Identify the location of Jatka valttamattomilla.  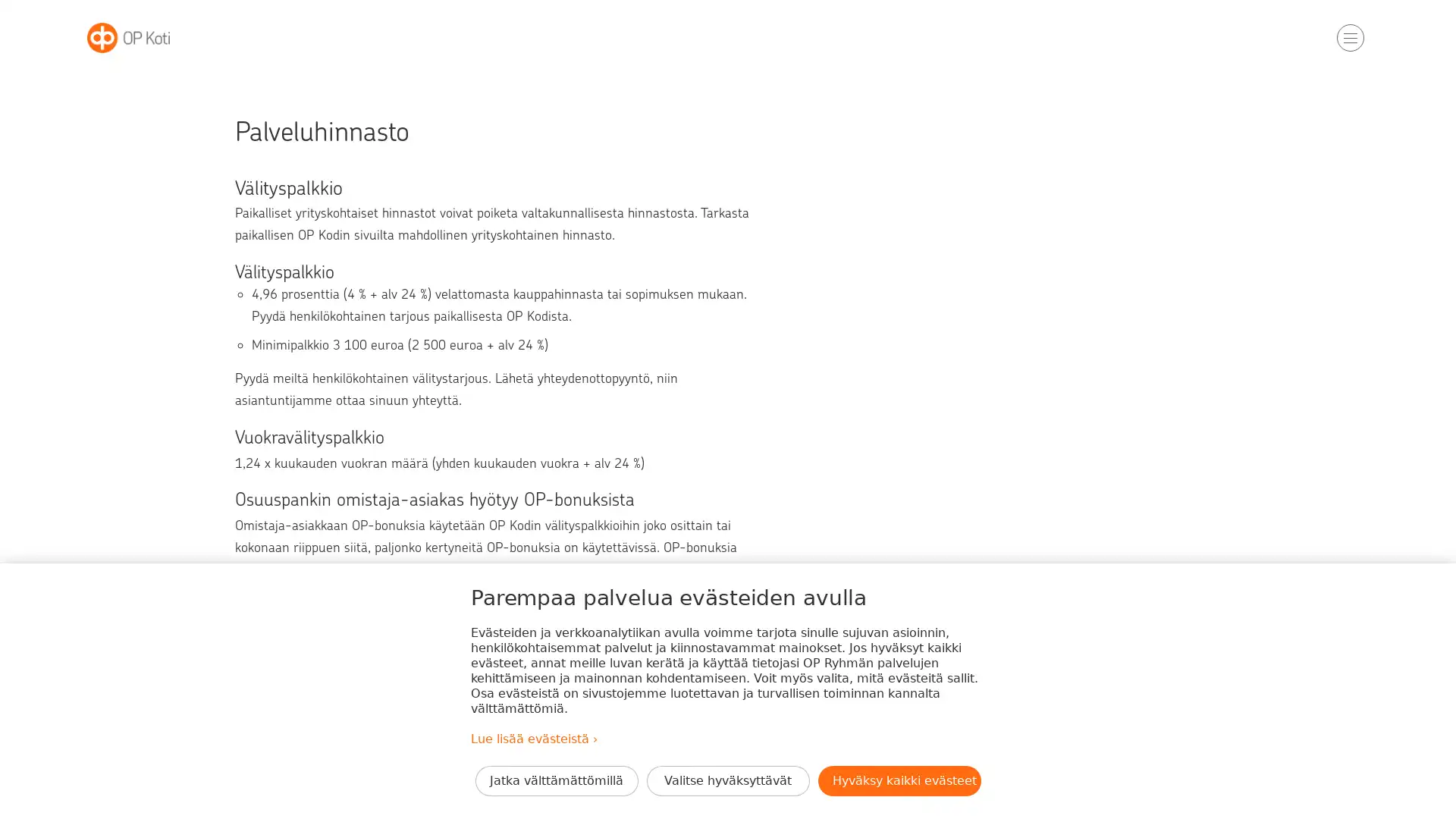
(555, 780).